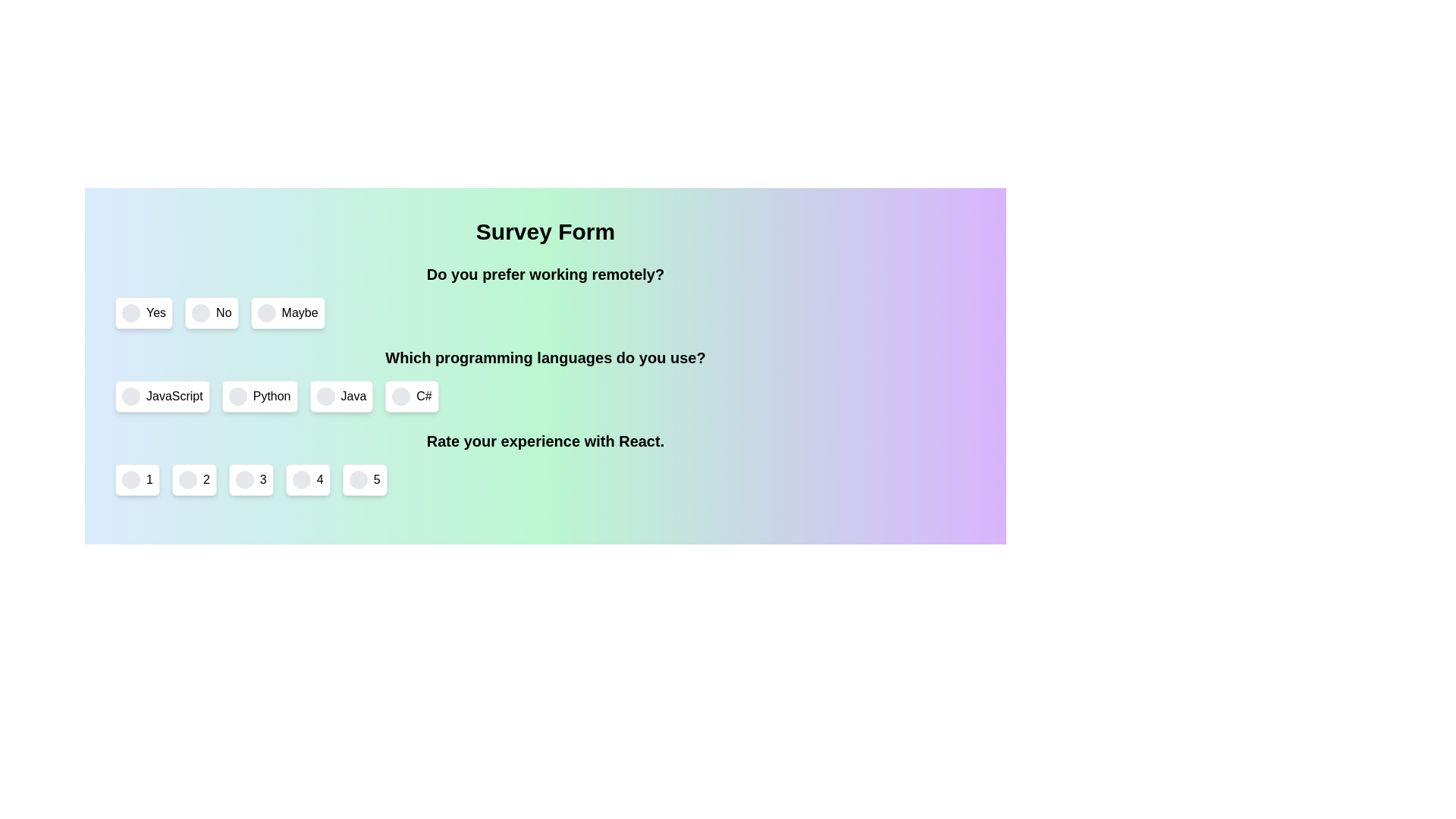 Image resolution: width=1456 pixels, height=819 pixels. I want to click on the text label displaying 'JavaScript', which is associated with a circular checkbox as the second option under the 'Which programming languages do you use?' question, so click(174, 396).